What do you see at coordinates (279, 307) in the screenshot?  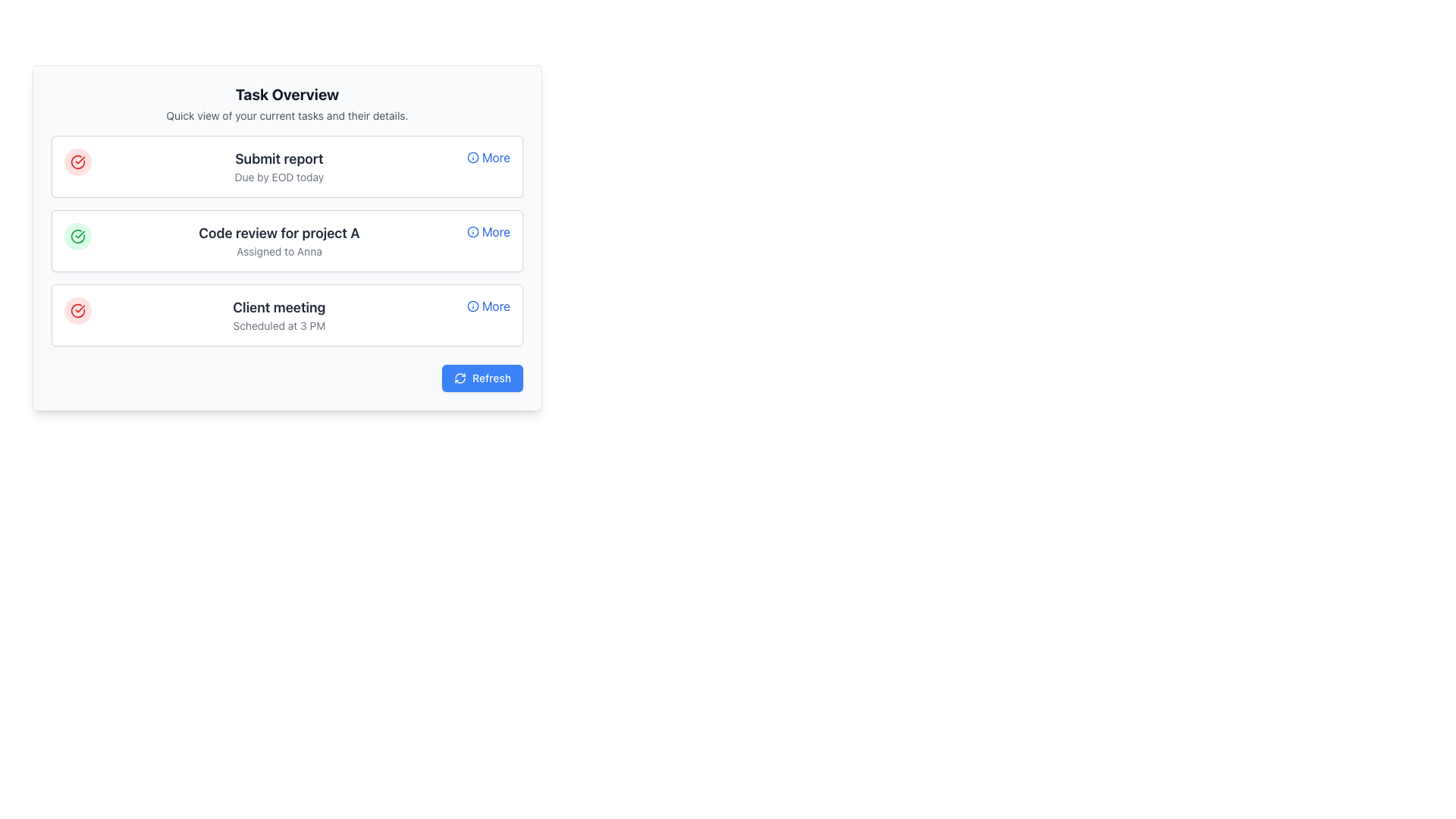 I see `the static text element that serves as the title for a scheduled task or meeting, located above the secondary text 'Scheduled at 3 PM', positioned centrally at the top of the task card component` at bounding box center [279, 307].